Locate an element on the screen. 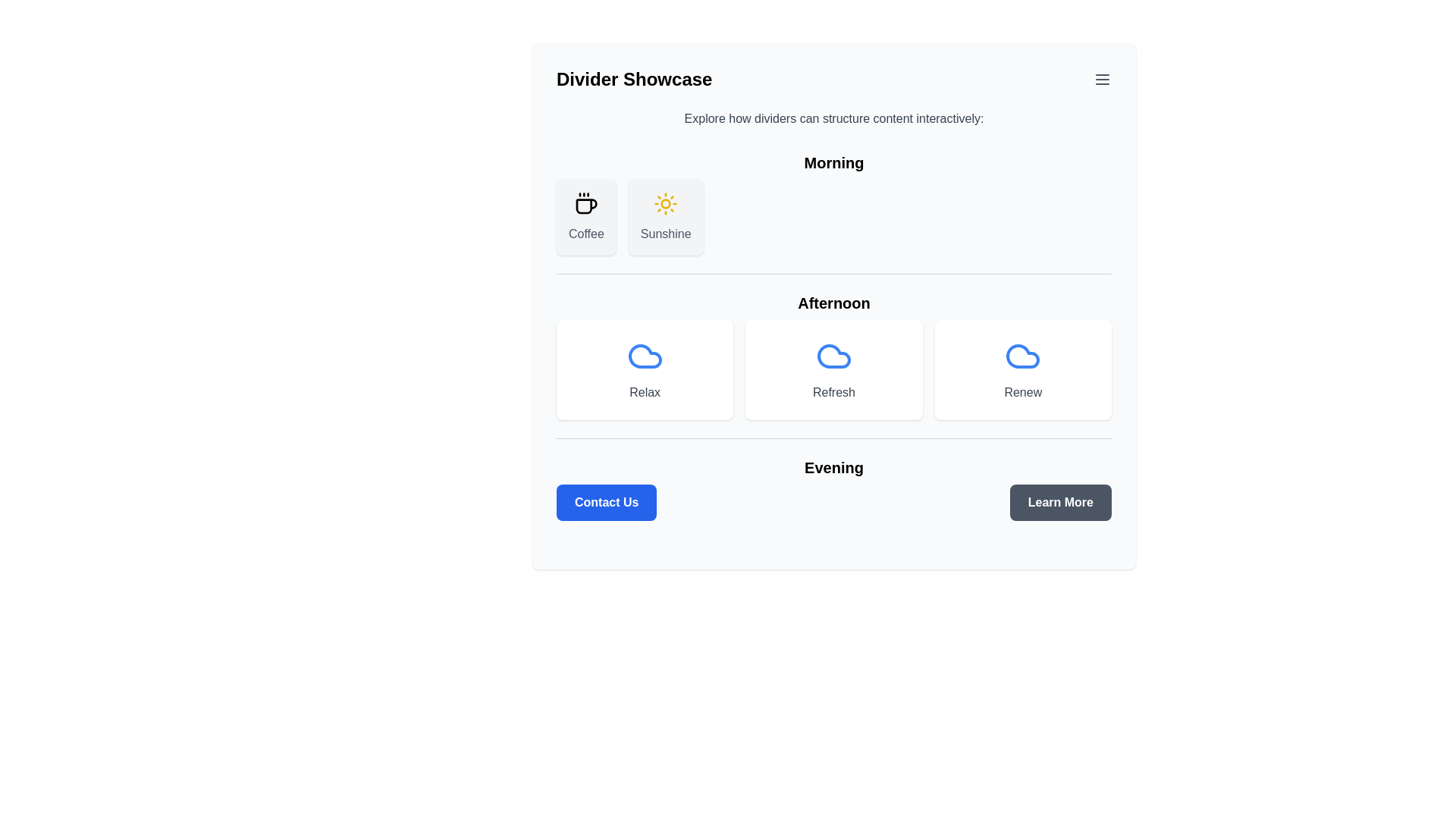 The height and width of the screenshot is (819, 1456). the cloud-shaped icon with a blue outline, part of the 'Relax' option in the 'Afternoon' section, located centrally among three icons is located at coordinates (645, 356).